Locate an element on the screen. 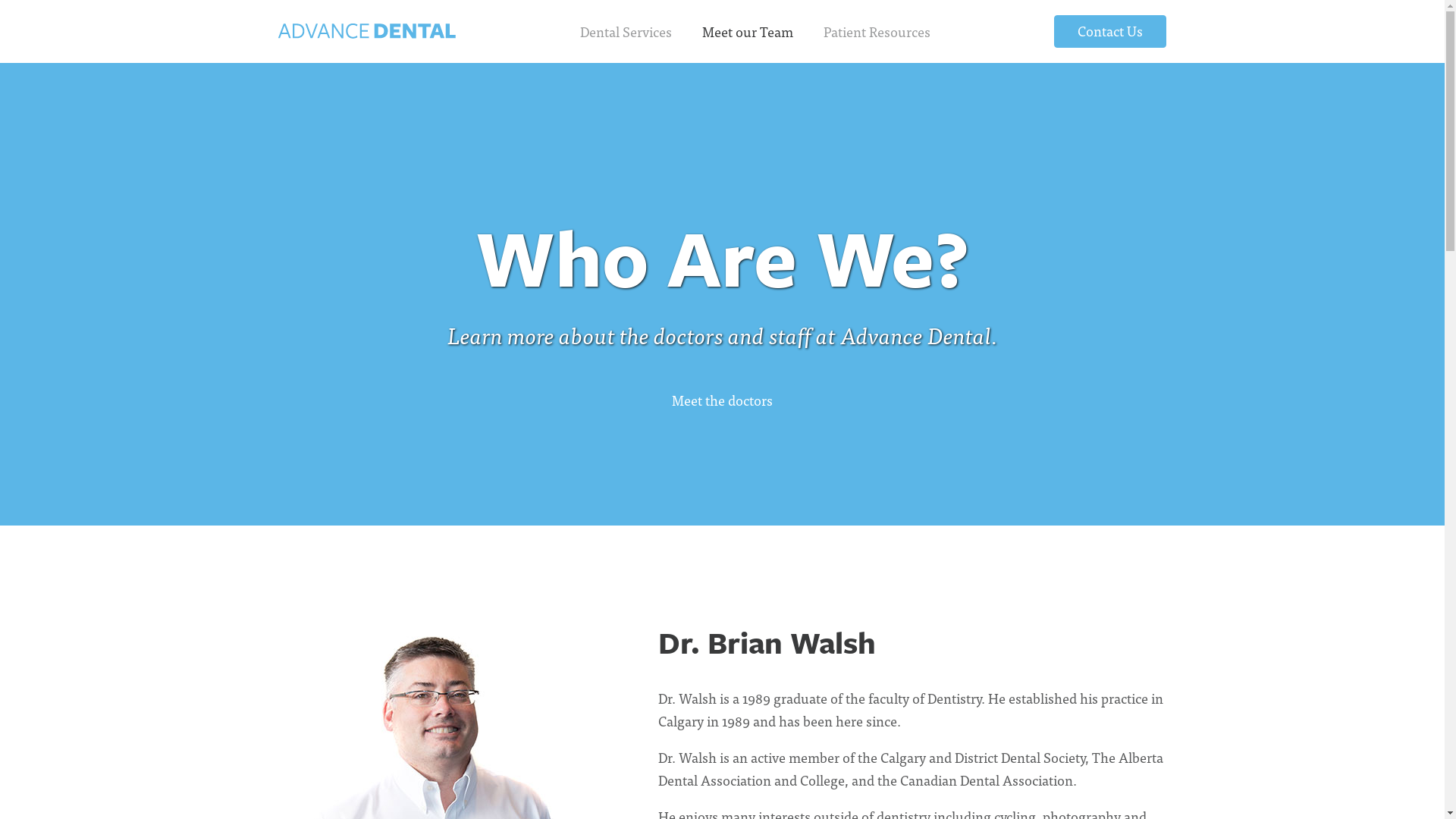 This screenshot has height=819, width=1456. 'Meet the doctors' is located at coordinates (721, 400).